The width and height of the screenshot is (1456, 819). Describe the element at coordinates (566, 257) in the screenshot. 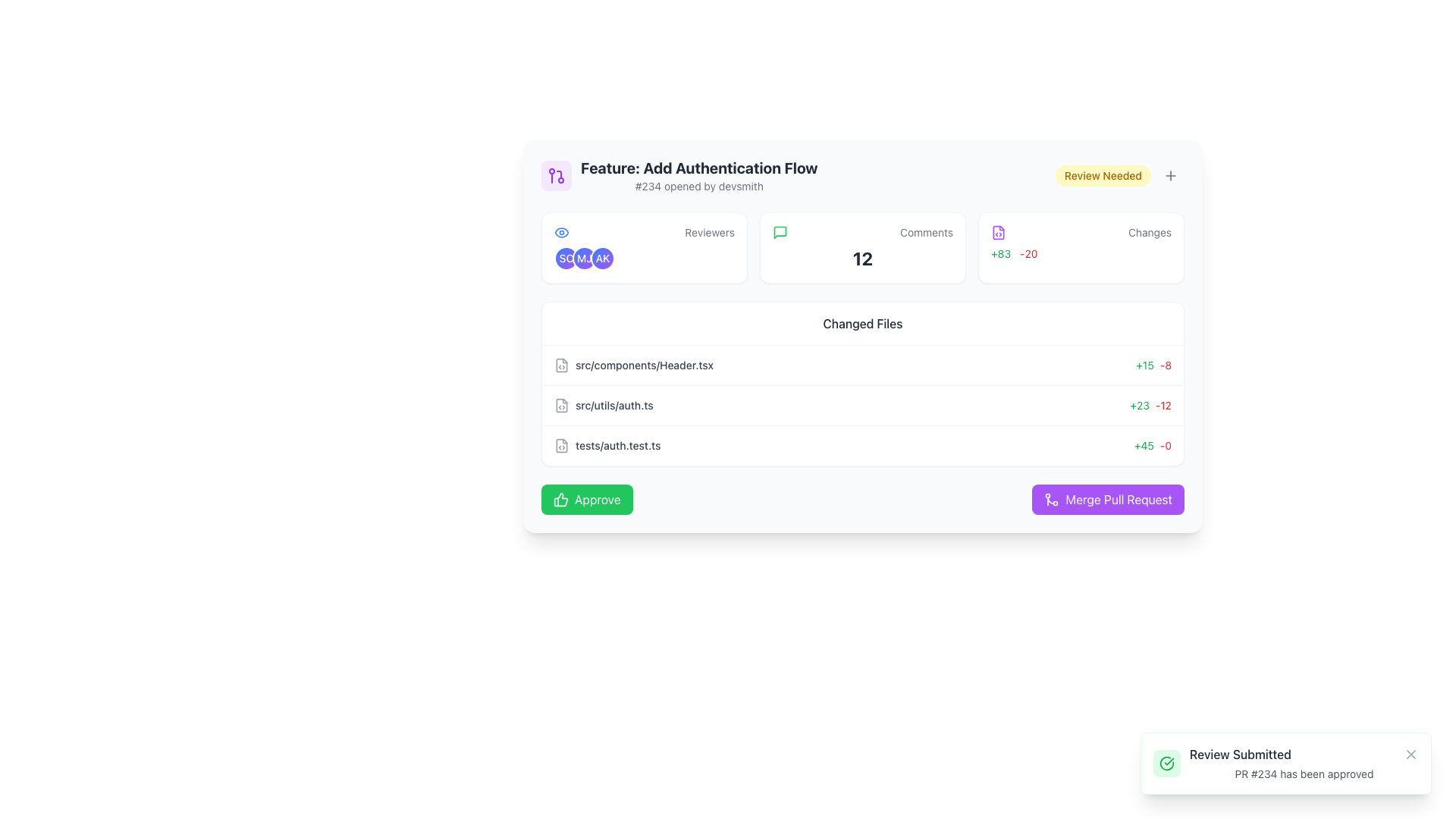

I see `the first badge avatar in the 'Reviewers' section, located in the upper-left portion of the main panel` at that location.